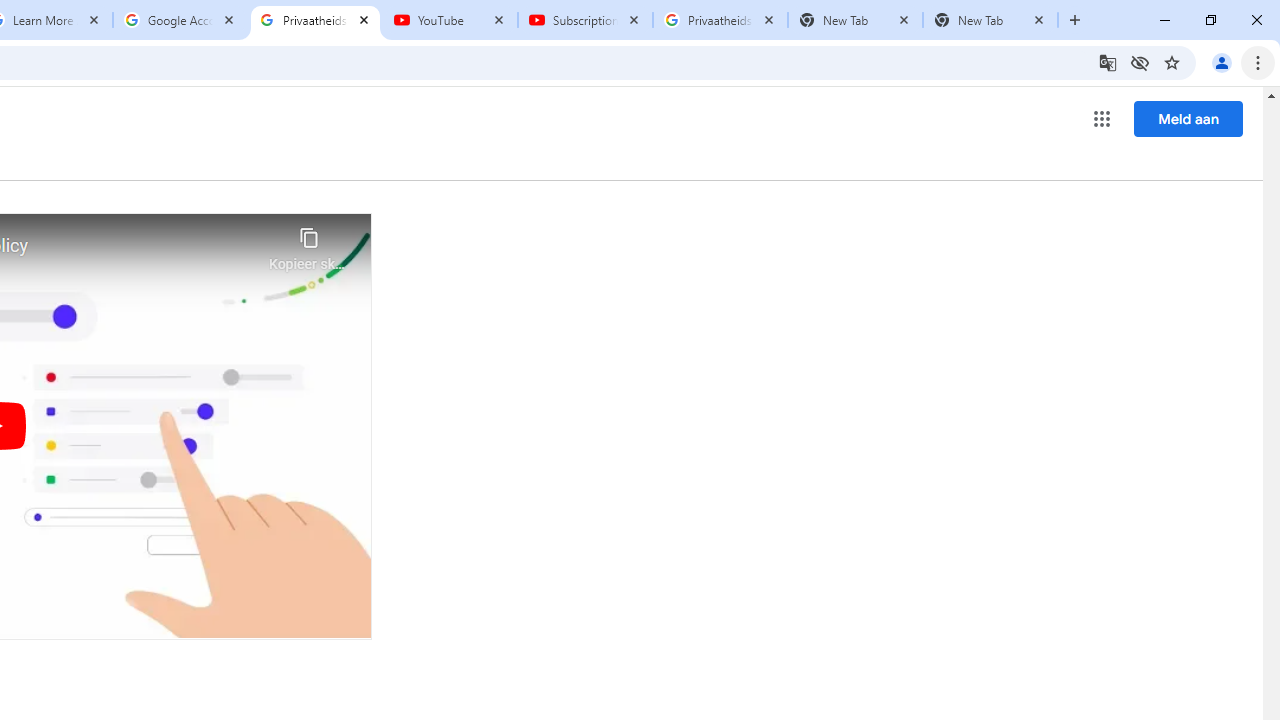  What do you see at coordinates (1106, 61) in the screenshot?
I see `'Translate this page'` at bounding box center [1106, 61].